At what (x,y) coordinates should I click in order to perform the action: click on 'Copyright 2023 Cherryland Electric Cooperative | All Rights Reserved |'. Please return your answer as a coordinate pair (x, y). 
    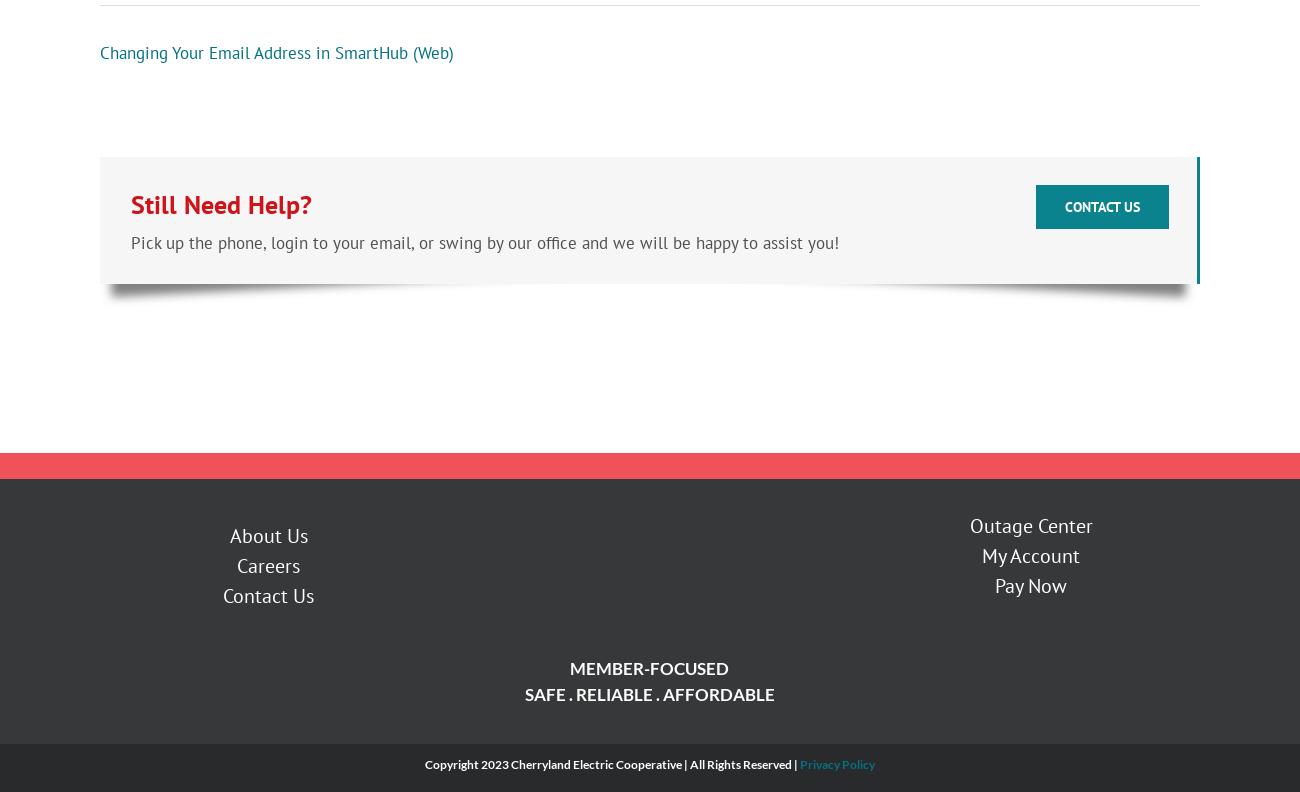
    Looking at the image, I should click on (612, 767).